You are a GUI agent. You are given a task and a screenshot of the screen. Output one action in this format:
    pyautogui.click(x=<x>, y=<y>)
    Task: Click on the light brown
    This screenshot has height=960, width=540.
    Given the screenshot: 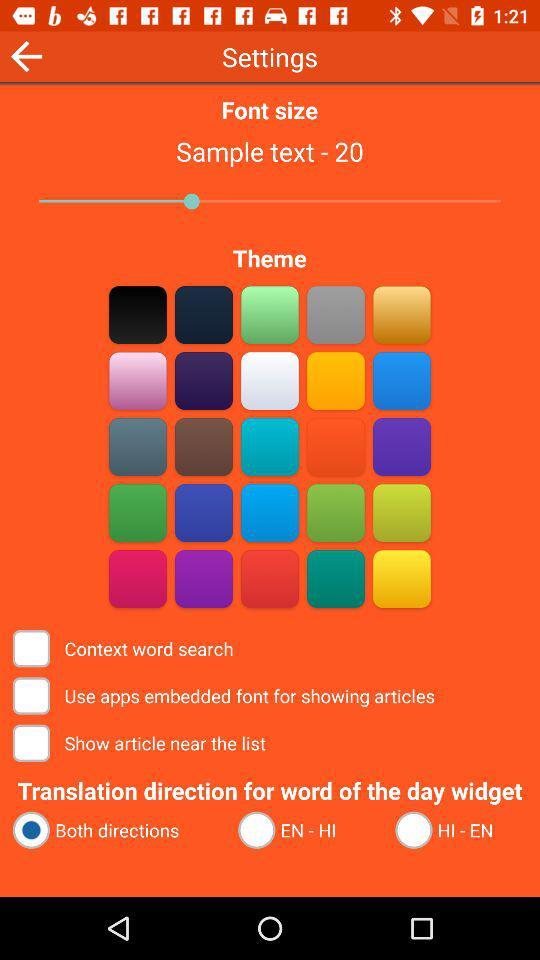 What is the action you would take?
    pyautogui.click(x=203, y=380)
    